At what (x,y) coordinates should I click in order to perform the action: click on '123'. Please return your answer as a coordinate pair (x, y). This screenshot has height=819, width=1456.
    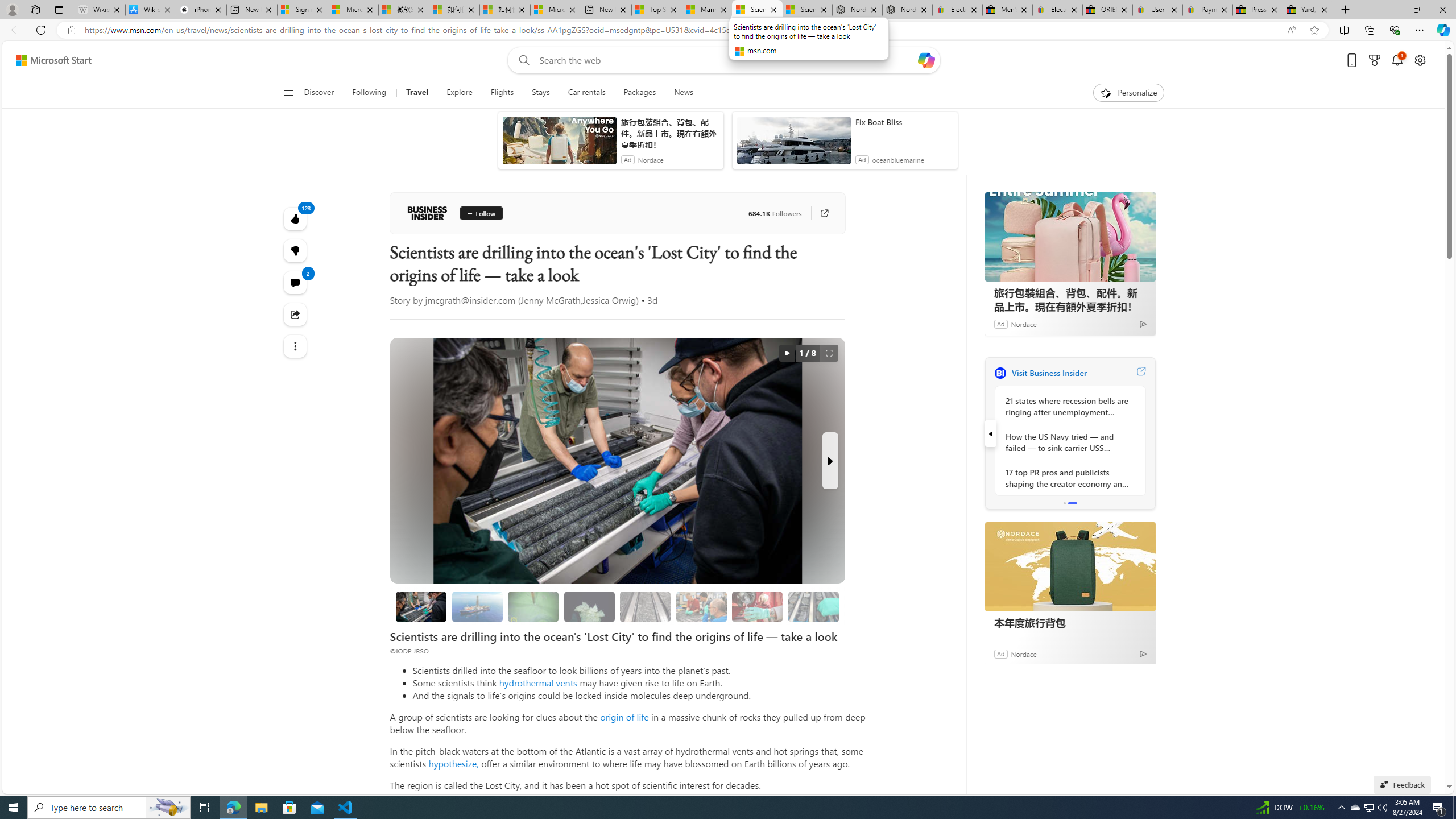
    Looking at the image, I should click on (295, 250).